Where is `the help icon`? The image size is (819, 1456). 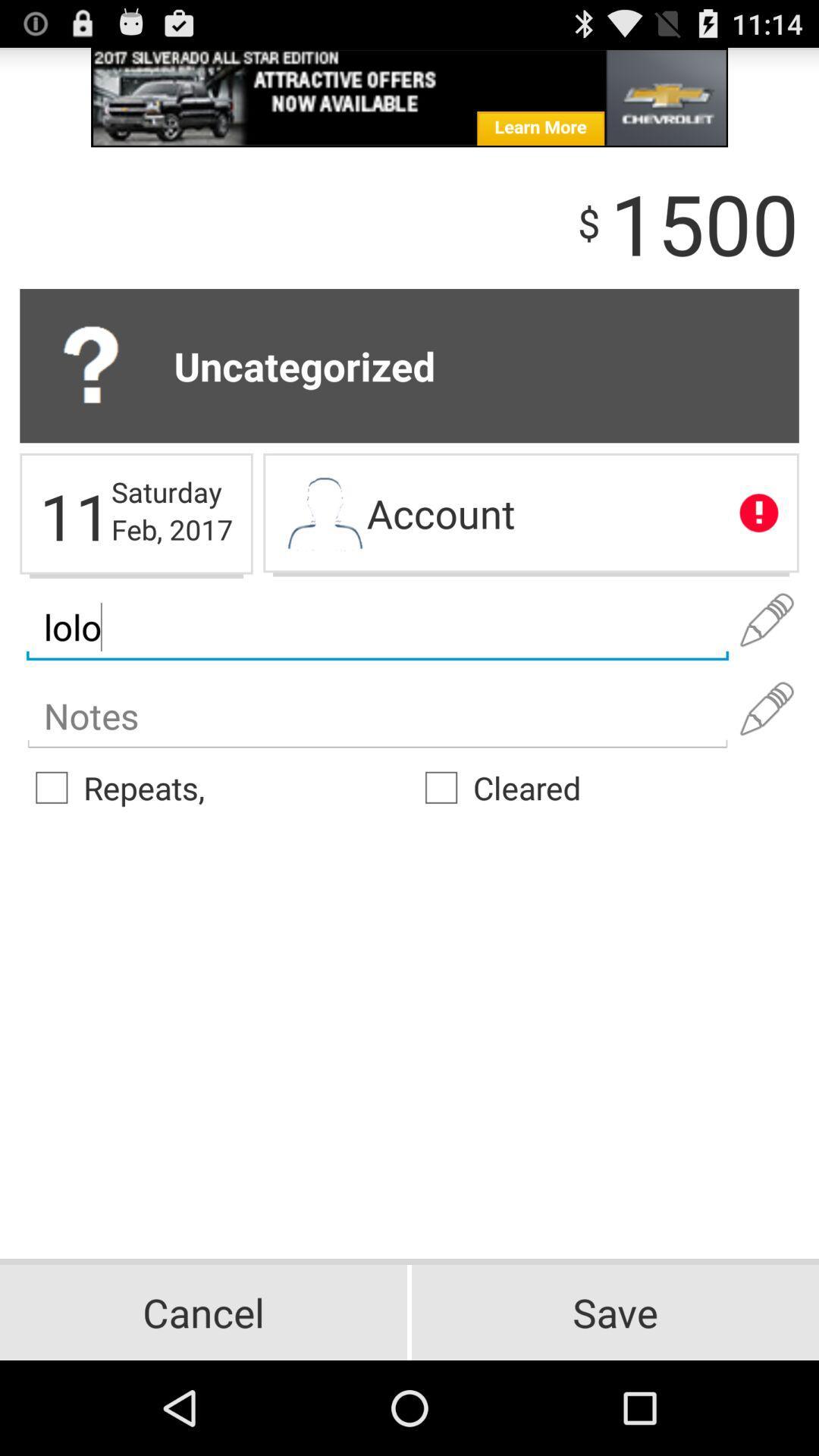
the help icon is located at coordinates (96, 391).